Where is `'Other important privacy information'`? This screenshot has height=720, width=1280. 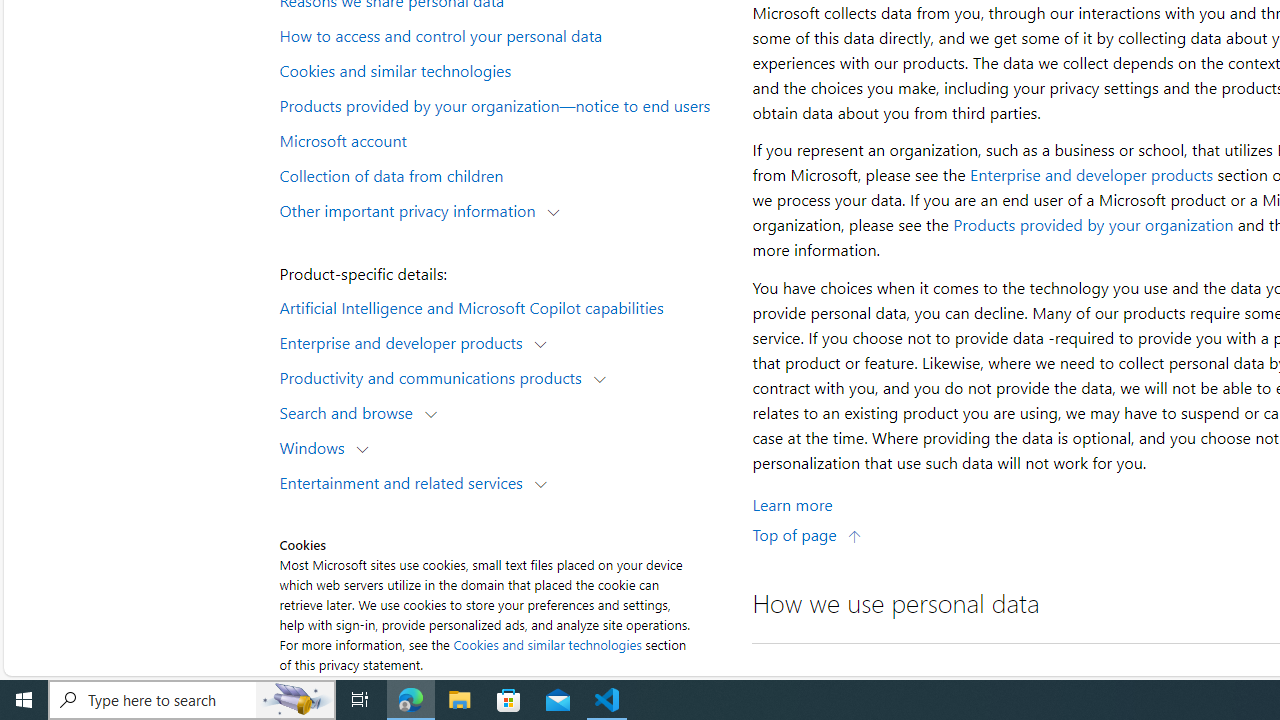 'Other important privacy information' is located at coordinates (411, 209).